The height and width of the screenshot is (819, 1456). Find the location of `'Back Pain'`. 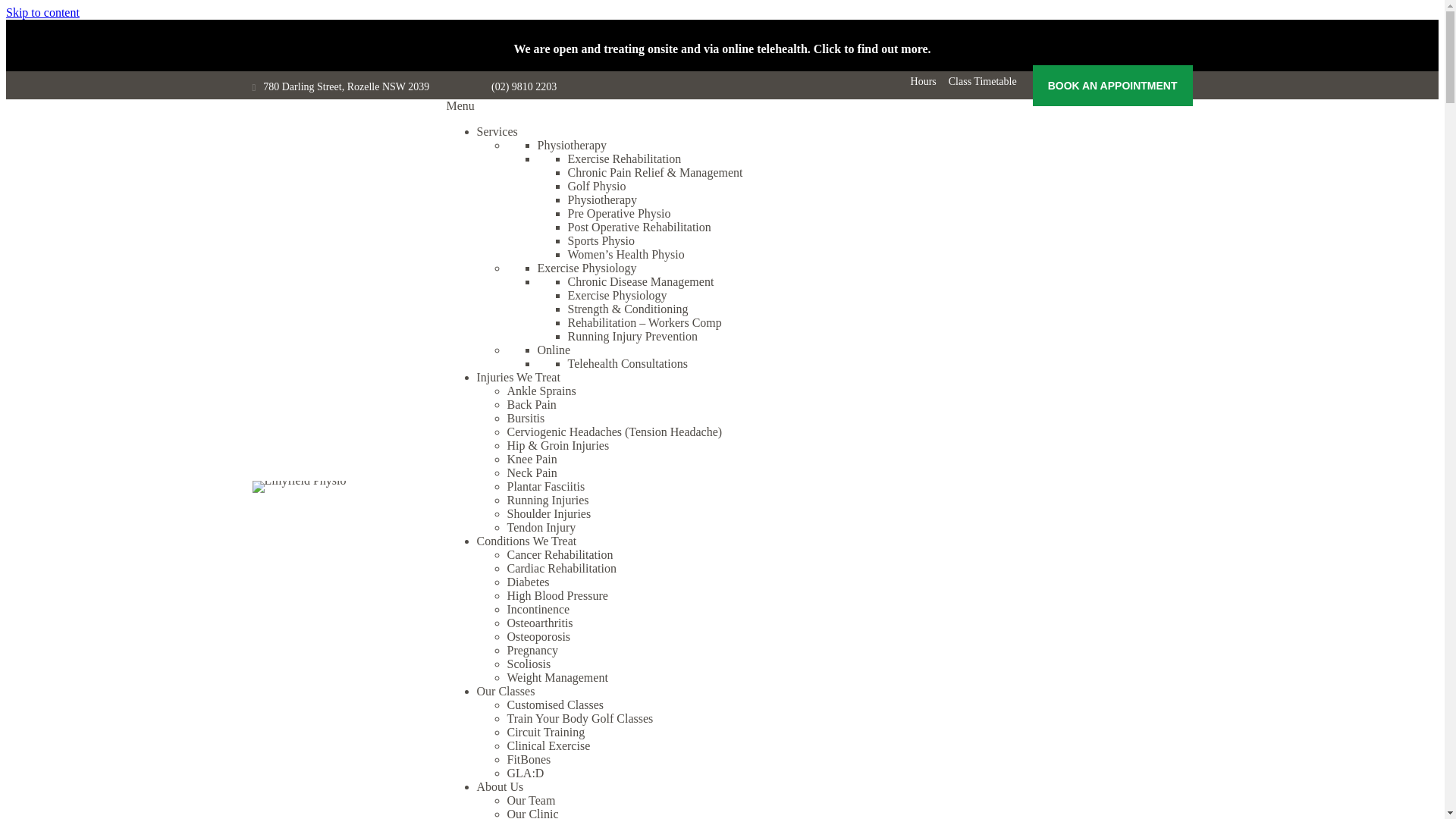

'Back Pain' is located at coordinates (531, 403).